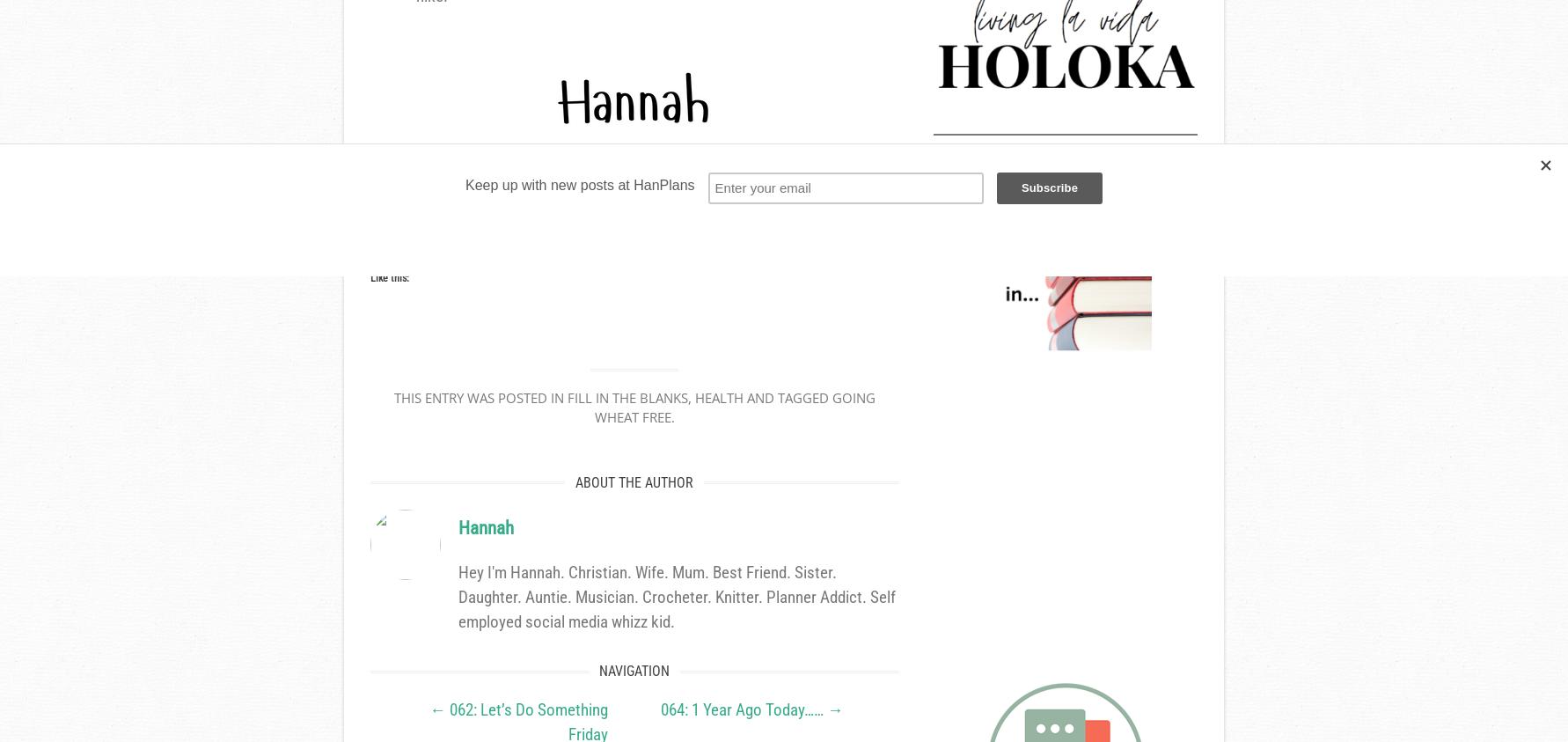  Describe the element at coordinates (406, 189) in the screenshot. I see `'Sharing is Caring'` at that location.